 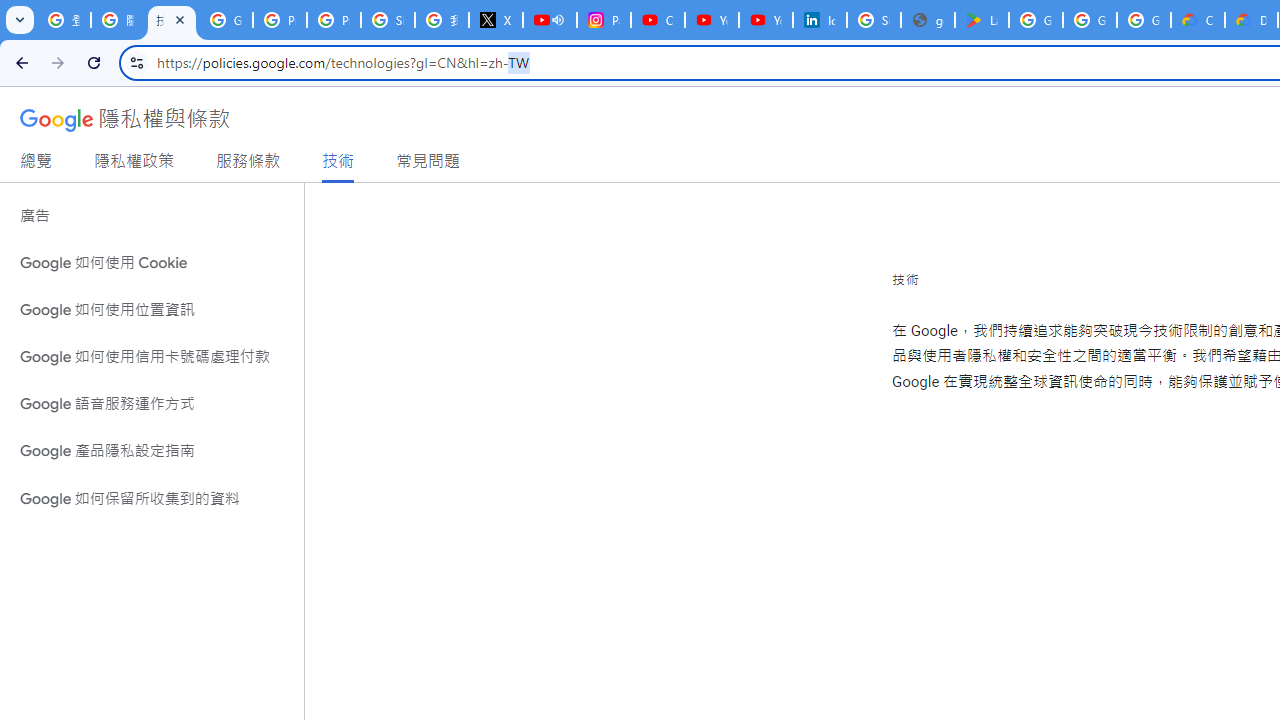 I want to click on 'Google Workspace - Specific Terms', so click(x=1144, y=20).